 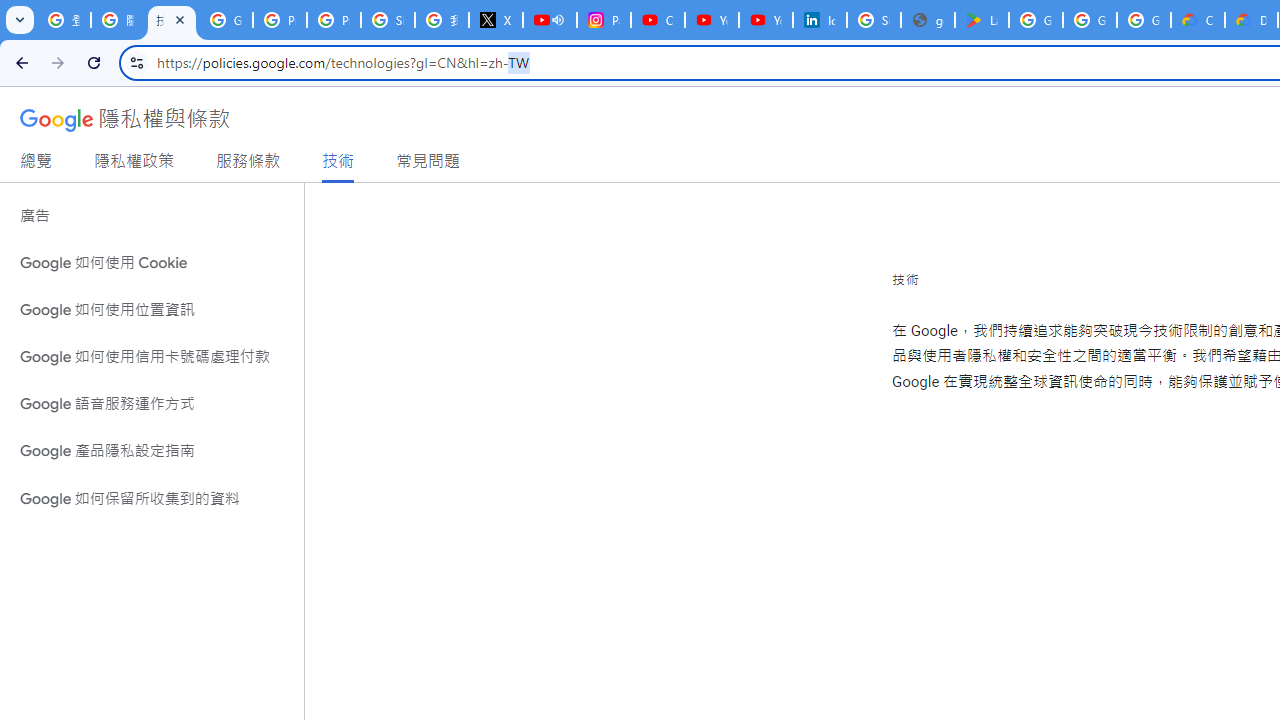 I want to click on 'Google Workspace - Specific Terms', so click(x=1144, y=20).